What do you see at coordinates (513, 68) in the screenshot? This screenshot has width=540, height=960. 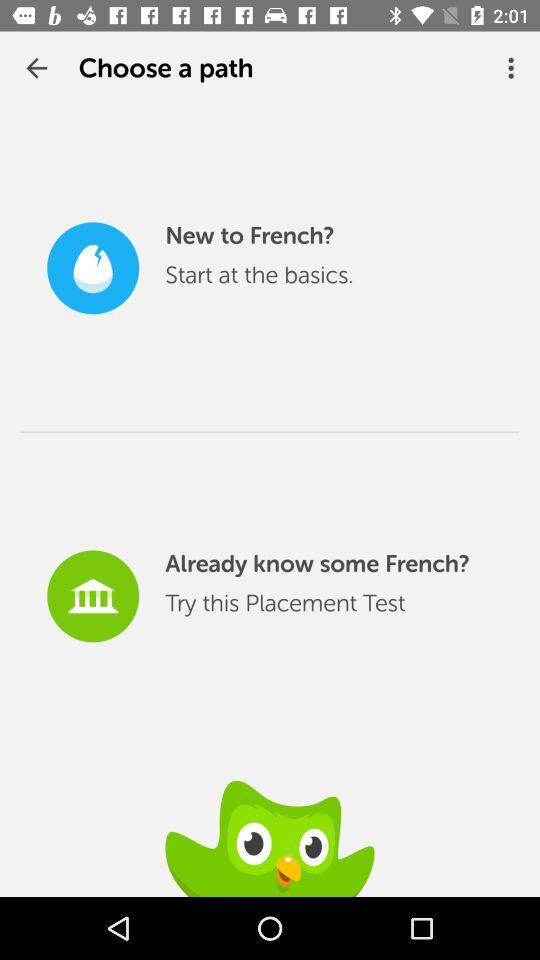 I see `icon at the top right corner` at bounding box center [513, 68].